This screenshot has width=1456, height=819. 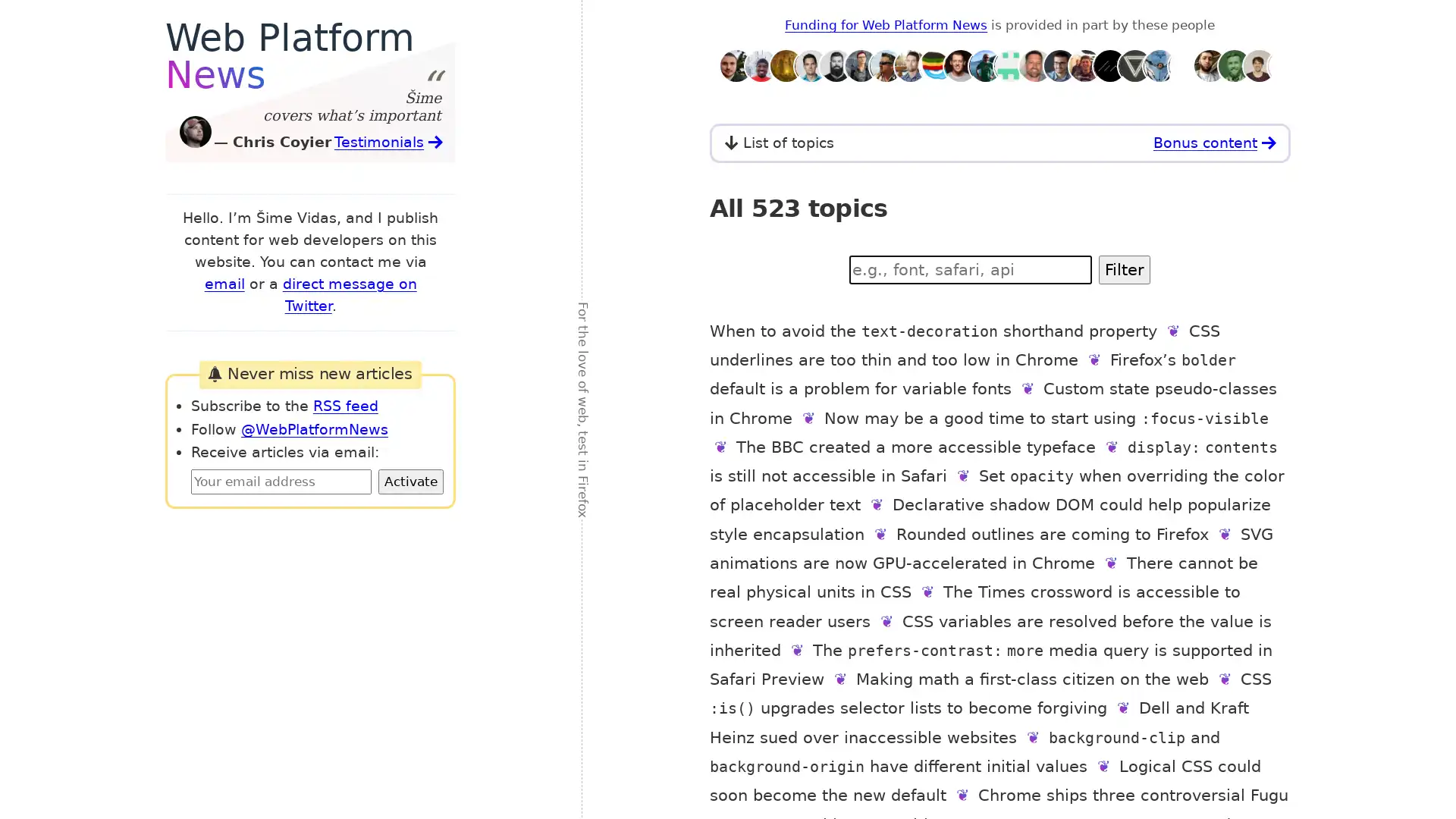 What do you see at coordinates (1125, 268) in the screenshot?
I see `Filter` at bounding box center [1125, 268].